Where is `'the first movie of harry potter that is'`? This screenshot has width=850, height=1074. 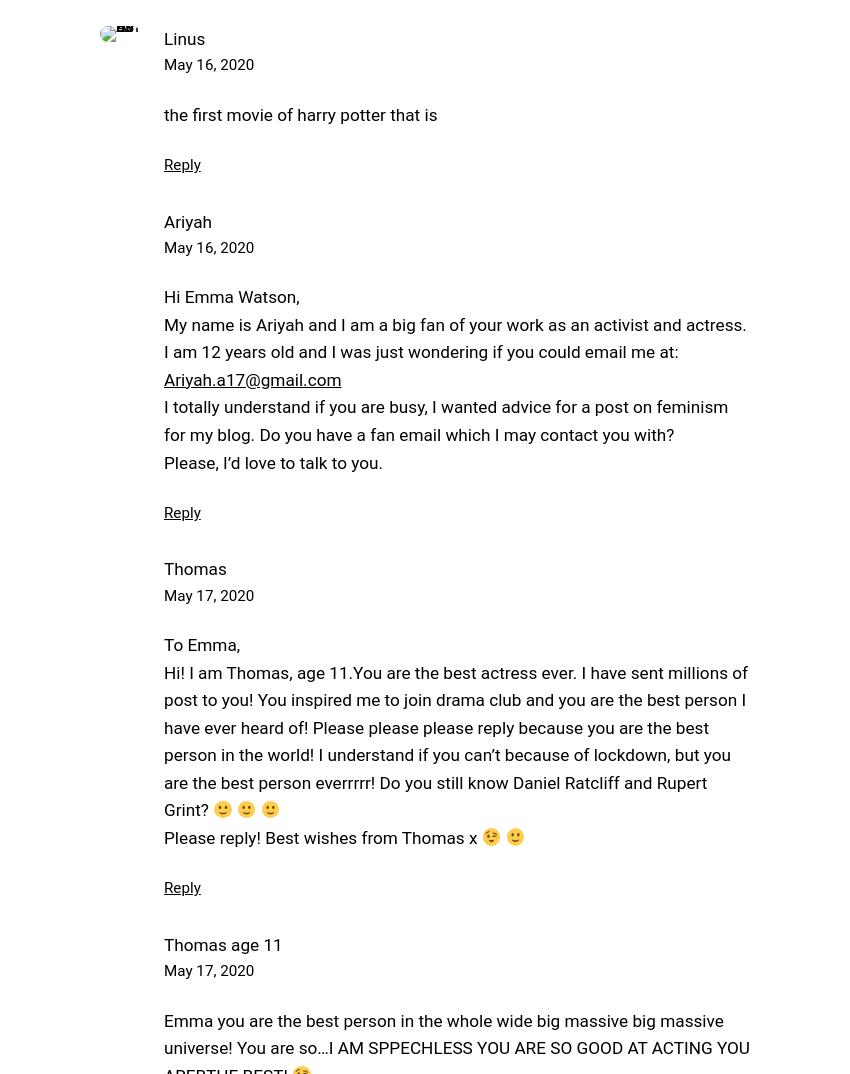
'the first movie of harry potter that is' is located at coordinates (300, 112).